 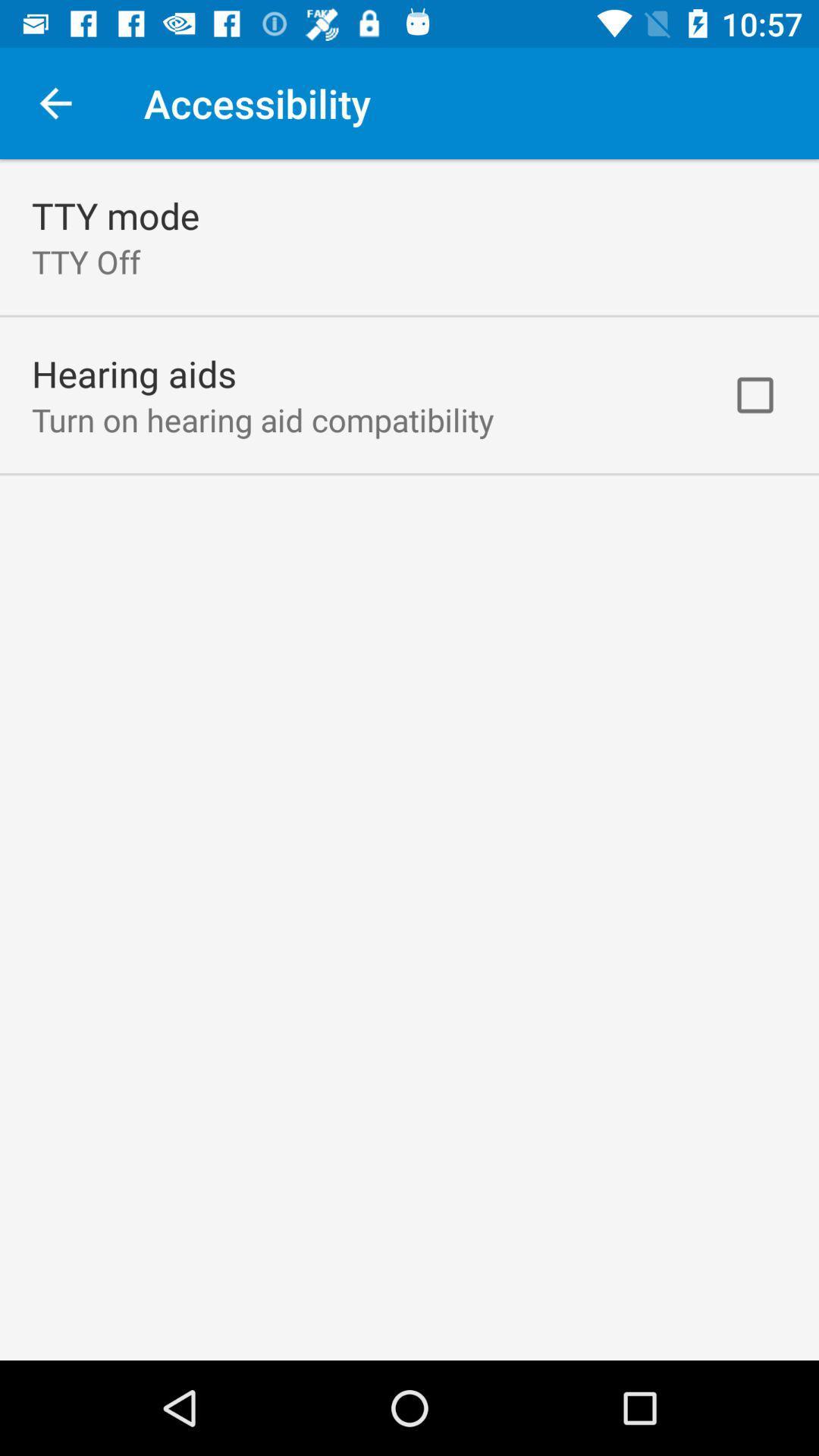 I want to click on icon above tty off app, so click(x=115, y=215).